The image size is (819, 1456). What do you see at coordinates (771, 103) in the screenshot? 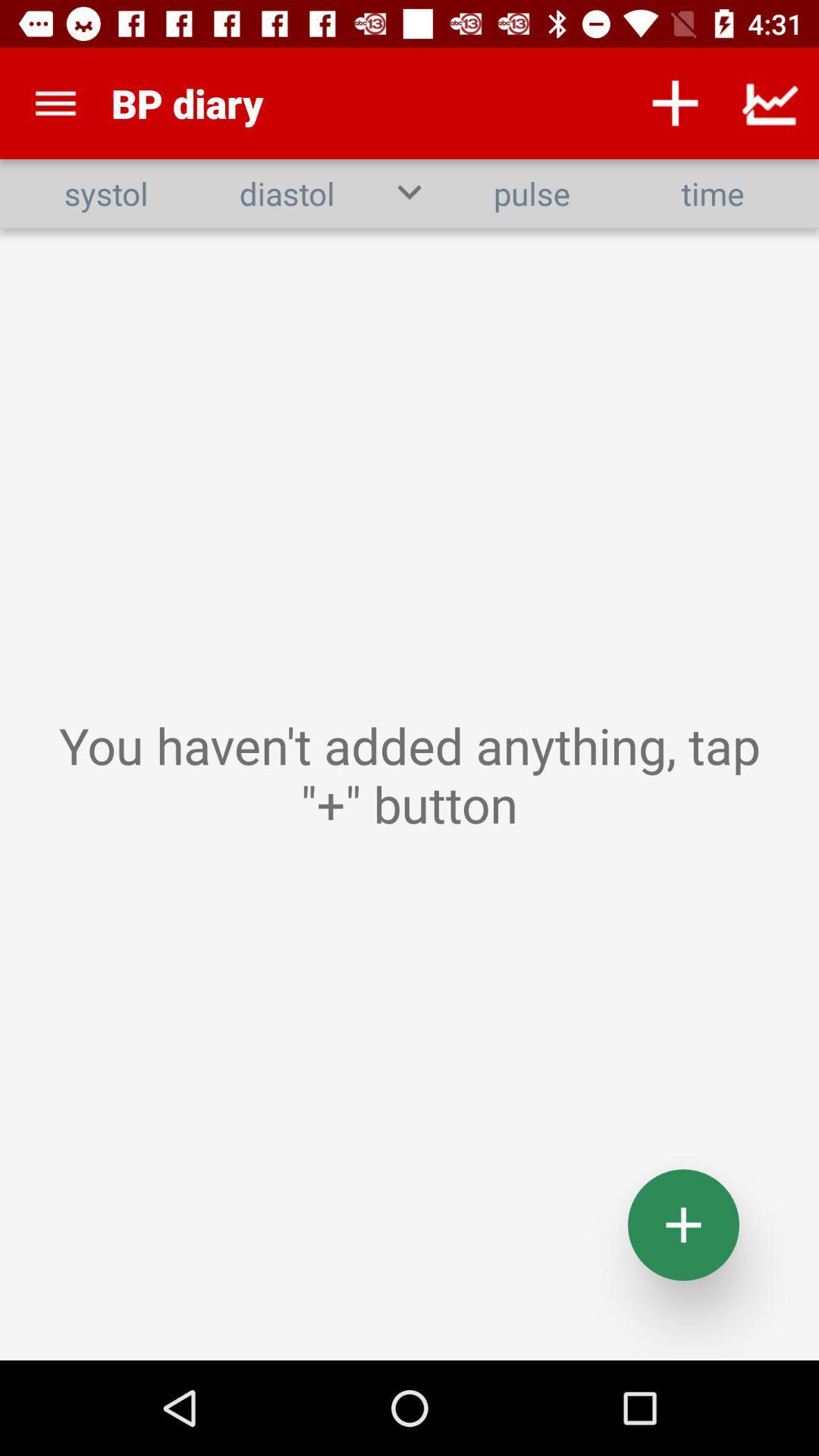
I see `icon which is at top right corner` at bounding box center [771, 103].